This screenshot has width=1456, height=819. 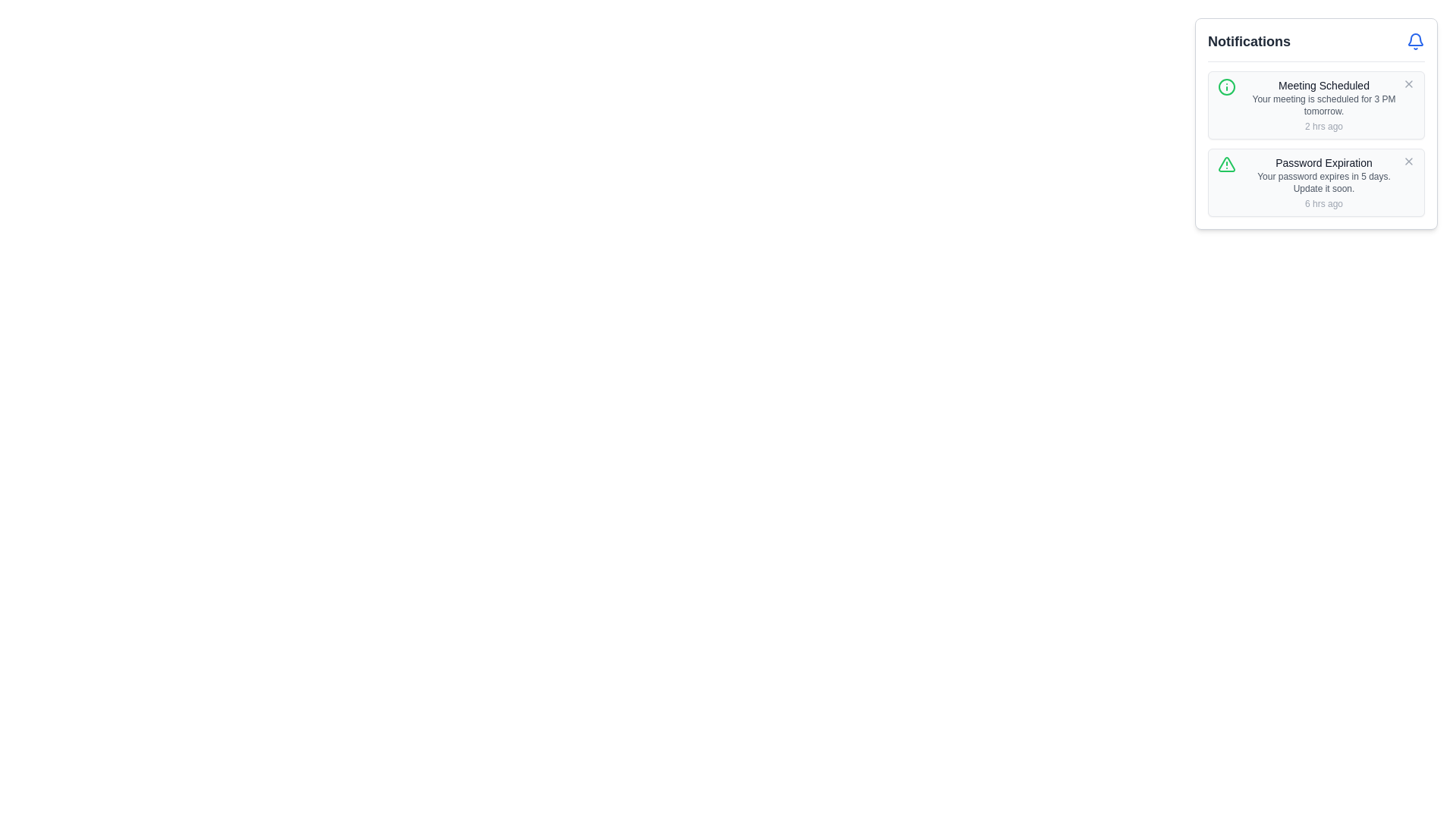 I want to click on notification titled 'Password Expiration' which indicates that 'Your password expires in 5 days. Update it soon.', so click(x=1323, y=181).